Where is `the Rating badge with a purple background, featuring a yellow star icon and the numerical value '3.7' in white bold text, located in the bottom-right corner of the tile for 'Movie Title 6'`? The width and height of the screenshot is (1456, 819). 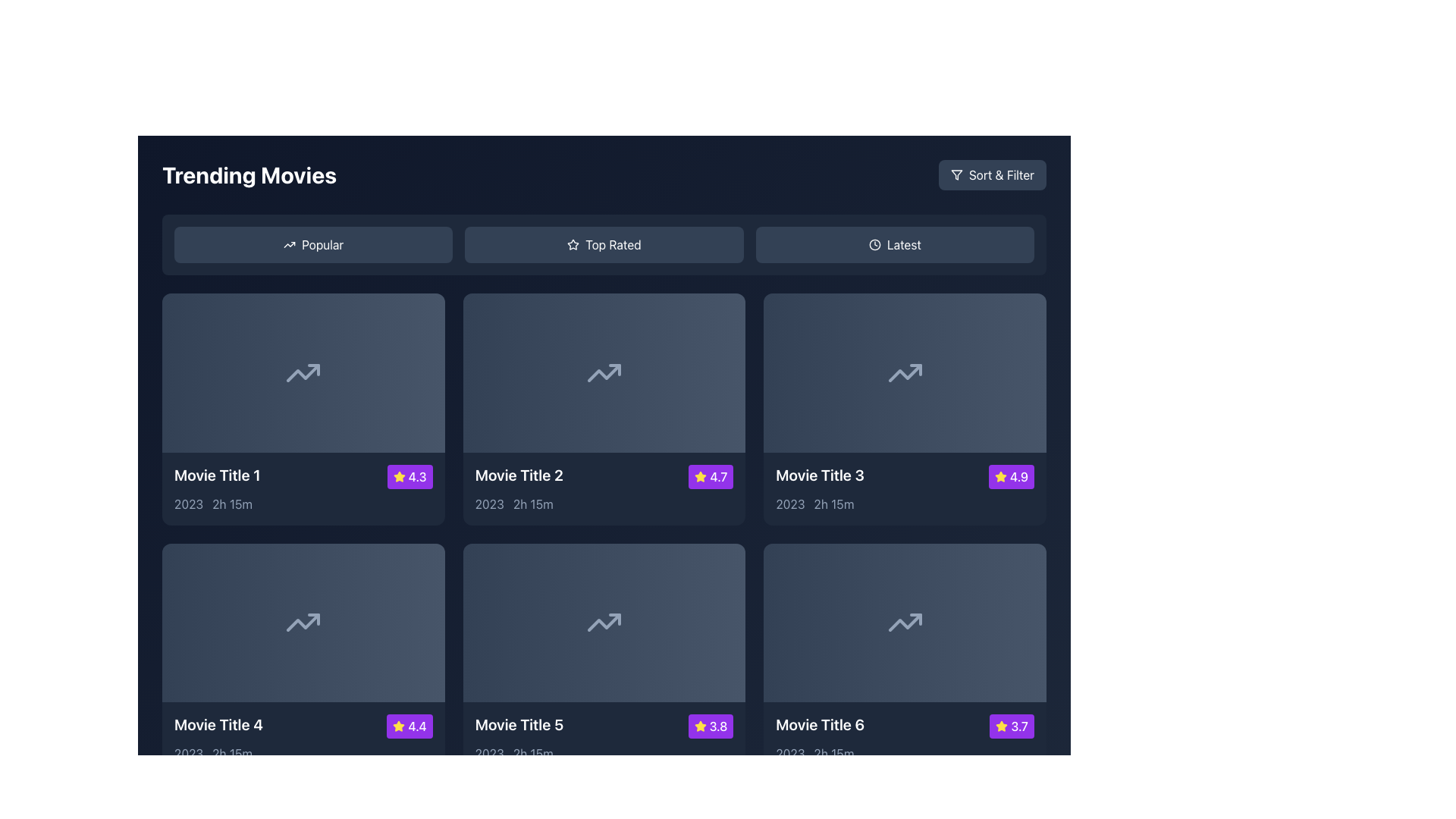
the Rating badge with a purple background, featuring a yellow star icon and the numerical value '3.7' in white bold text, located in the bottom-right corner of the tile for 'Movie Title 6' is located at coordinates (1012, 726).